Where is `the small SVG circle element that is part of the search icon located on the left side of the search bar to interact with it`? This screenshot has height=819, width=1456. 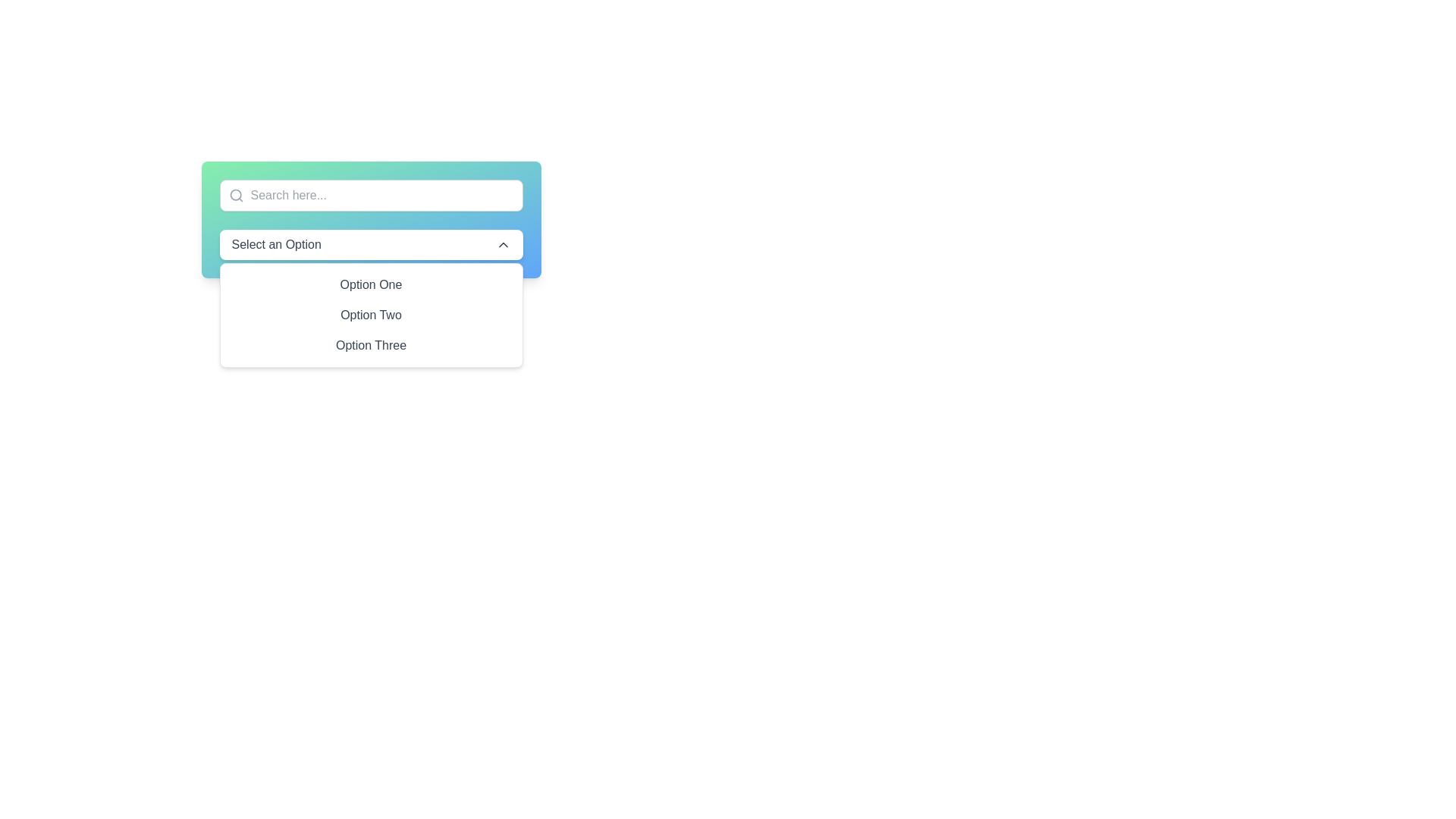
the small SVG circle element that is part of the search icon located on the left side of the search bar to interact with it is located at coordinates (234, 194).